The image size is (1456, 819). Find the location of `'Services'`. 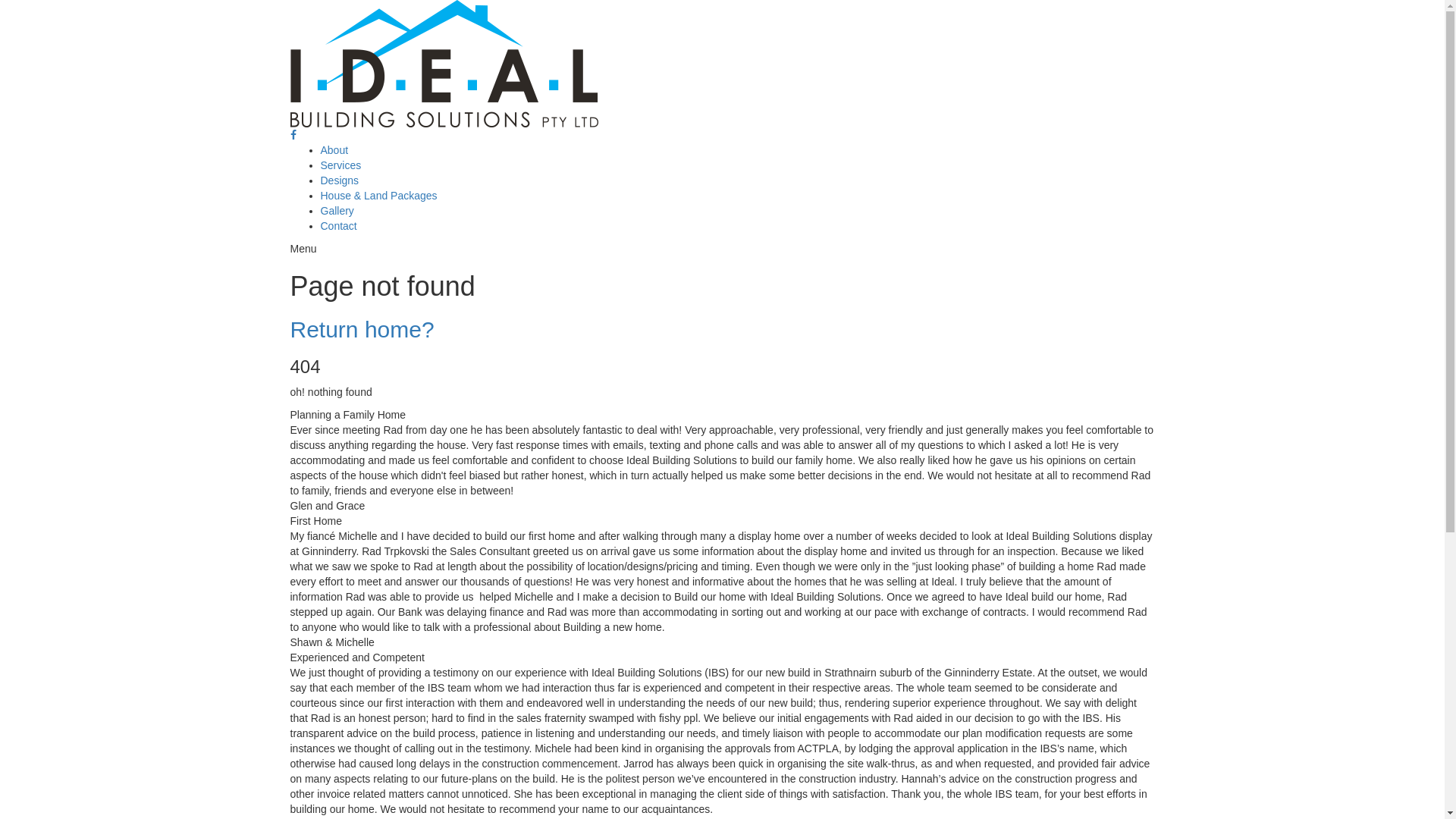

'Services' is located at coordinates (340, 165).